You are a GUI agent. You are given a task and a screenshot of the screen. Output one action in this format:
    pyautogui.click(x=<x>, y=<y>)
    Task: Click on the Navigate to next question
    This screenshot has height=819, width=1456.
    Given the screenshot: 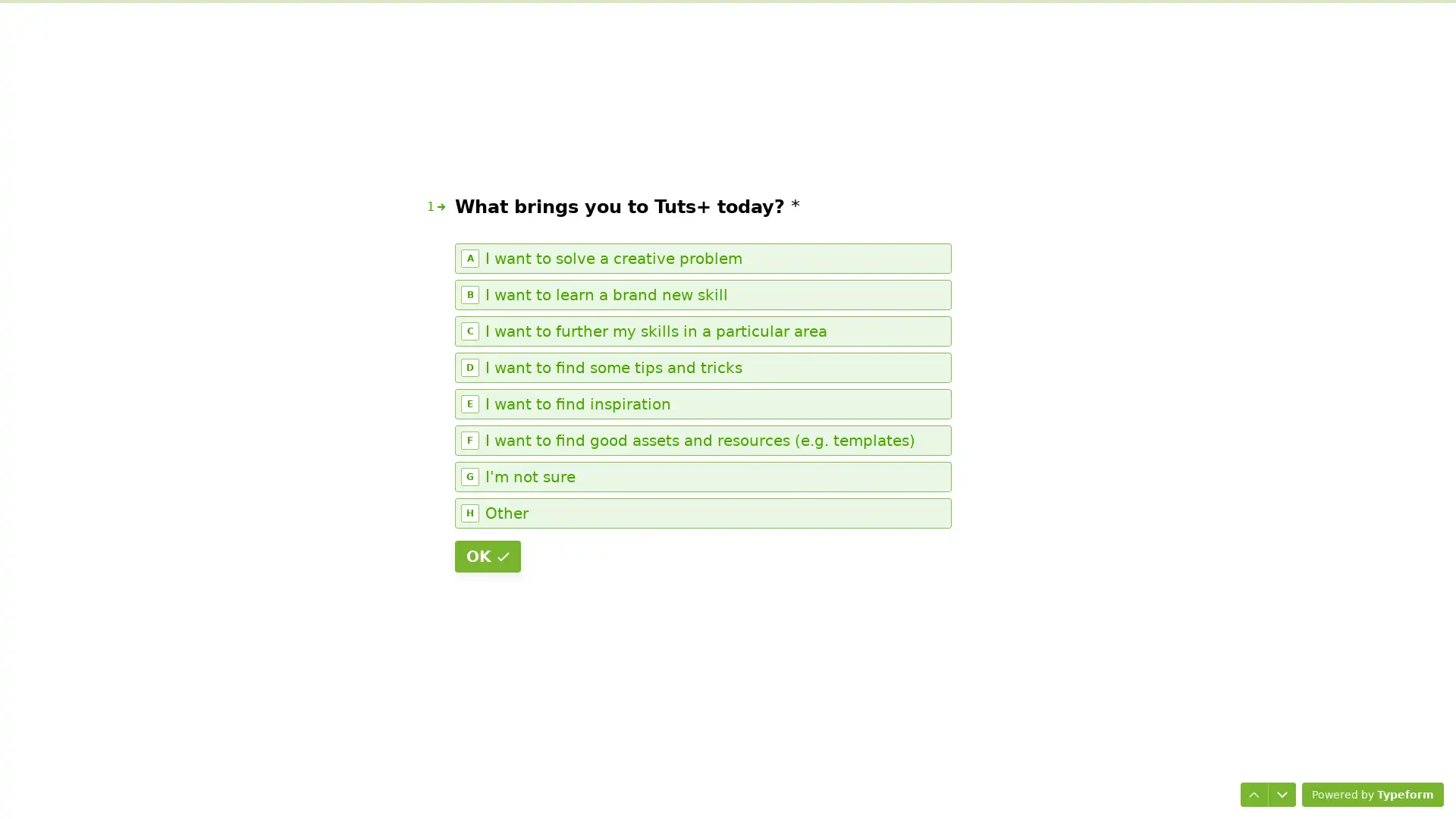 What is the action you would take?
    pyautogui.click(x=1276, y=788)
    